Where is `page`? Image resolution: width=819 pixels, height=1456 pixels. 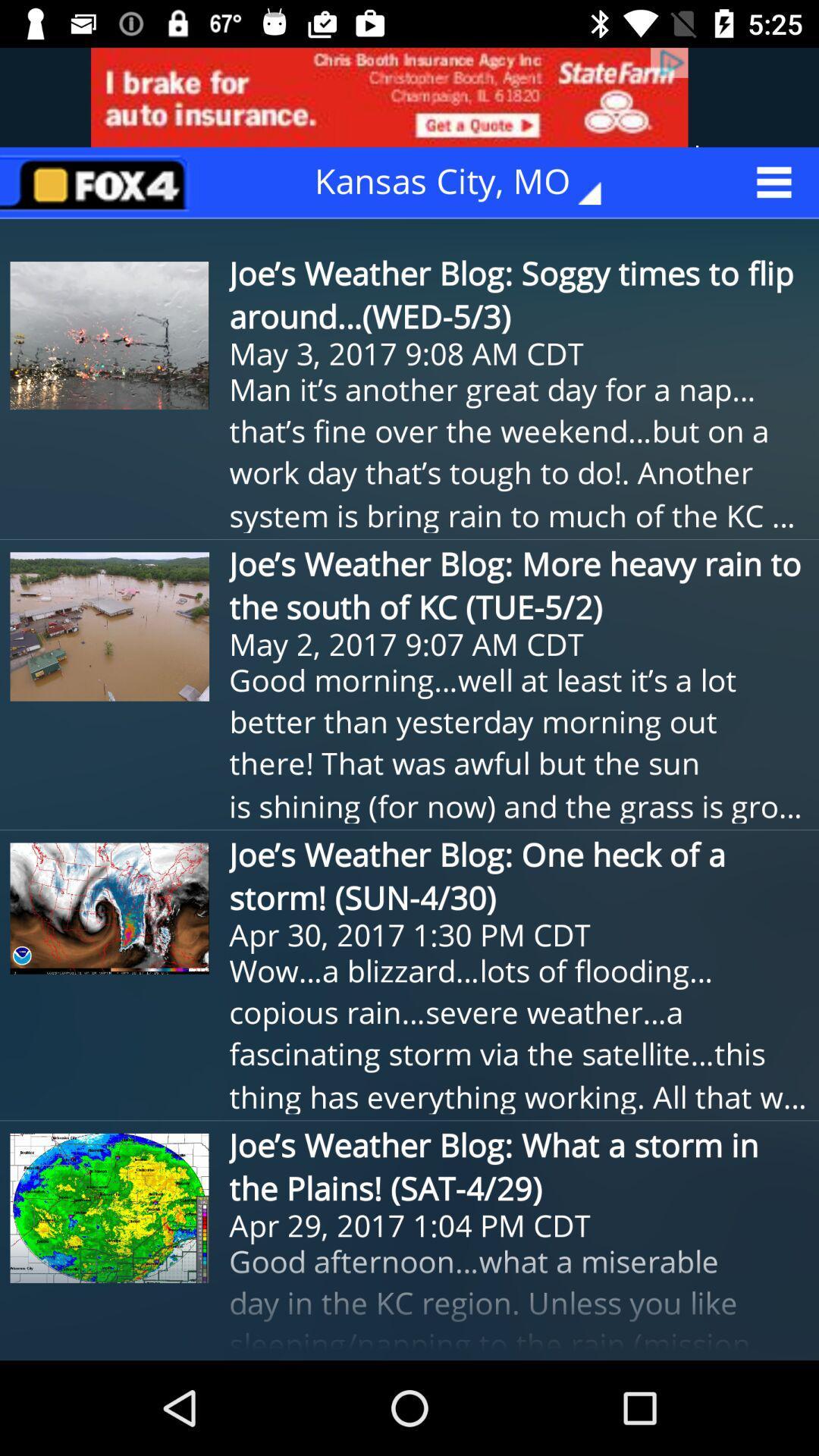
page is located at coordinates (99, 182).